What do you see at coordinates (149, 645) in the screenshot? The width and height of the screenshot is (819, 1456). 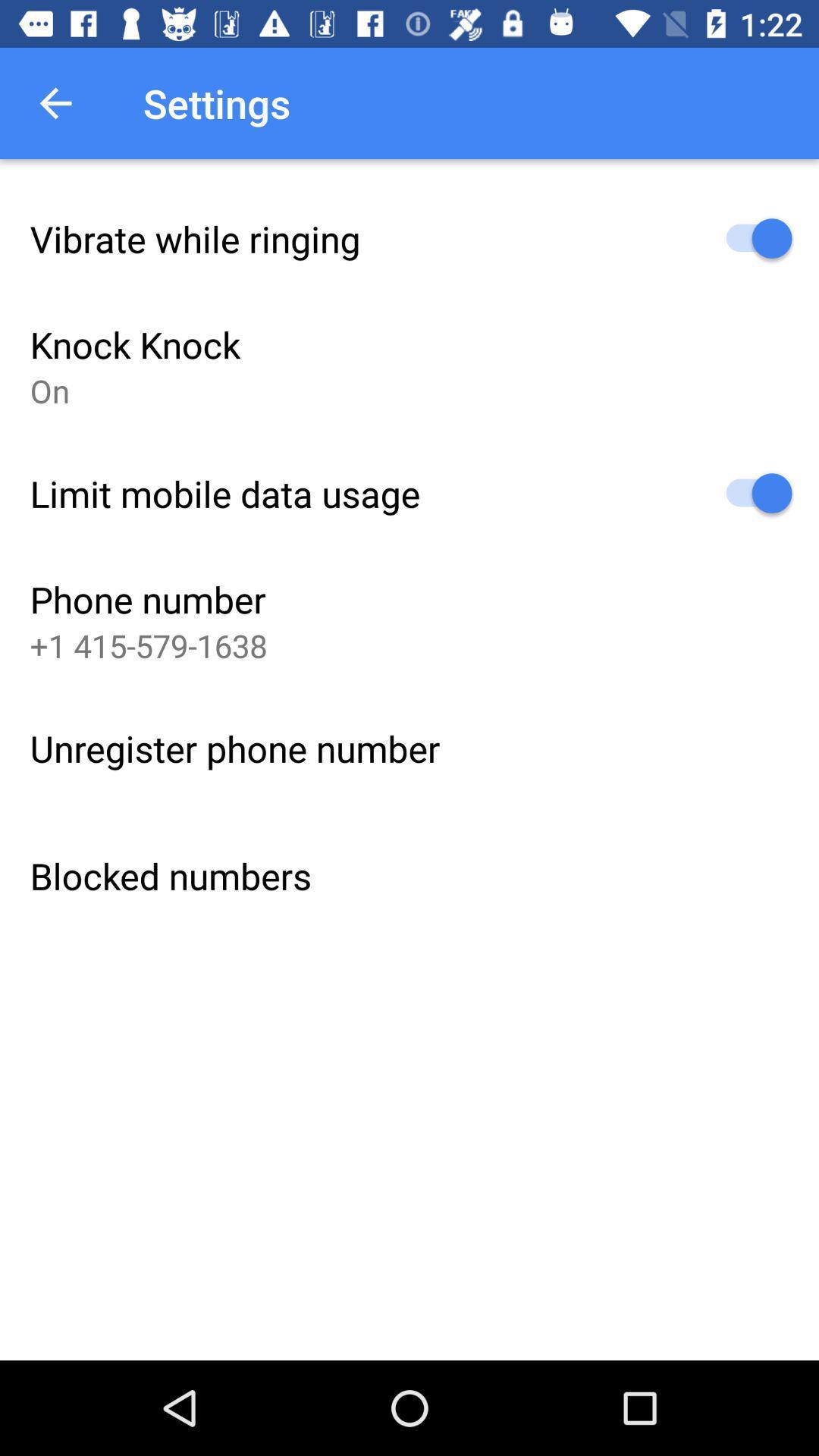 I see `icon above the unregister phone number icon` at bounding box center [149, 645].